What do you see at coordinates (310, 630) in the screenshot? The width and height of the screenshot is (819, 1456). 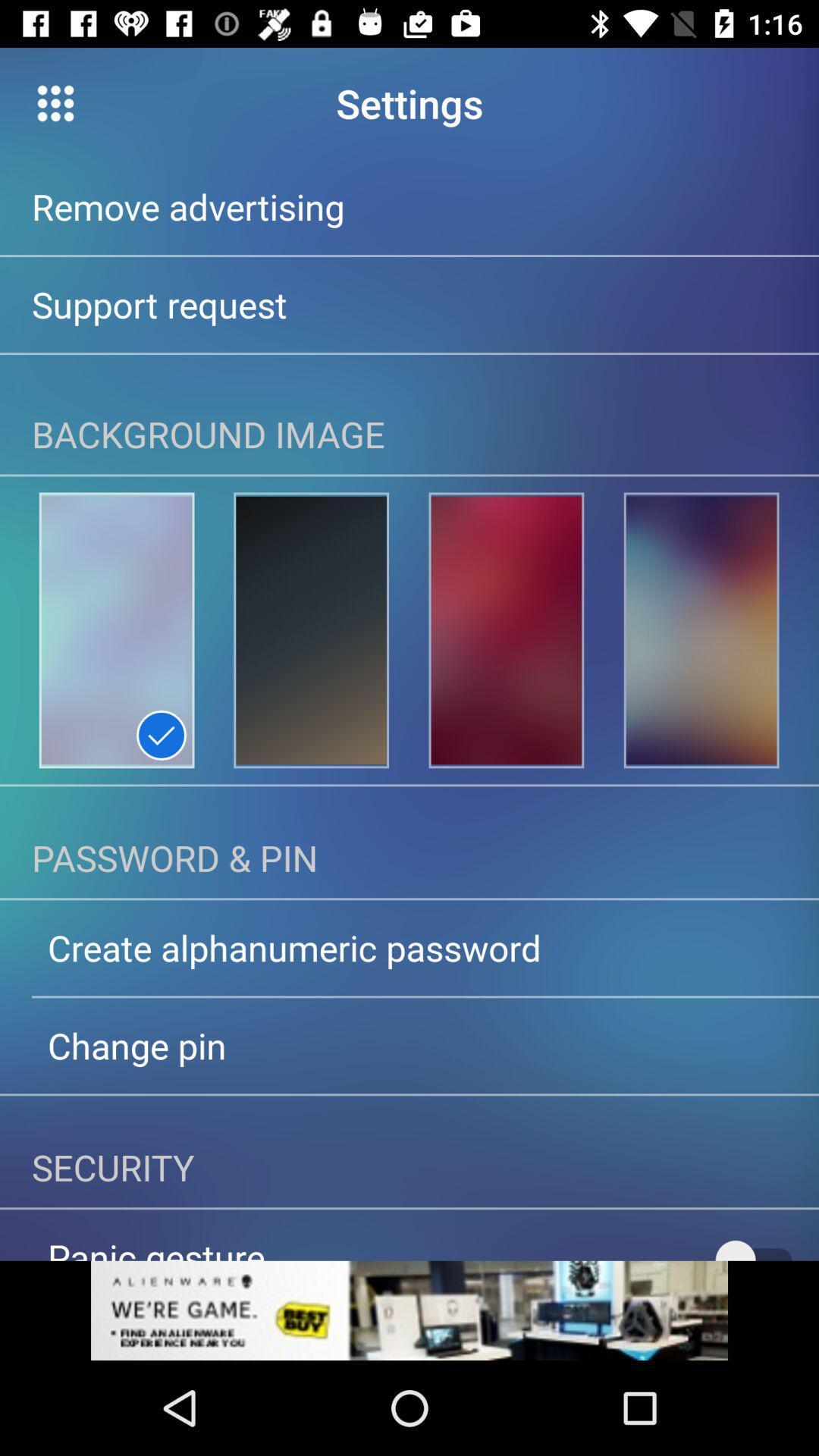 I see `go do couler` at bounding box center [310, 630].